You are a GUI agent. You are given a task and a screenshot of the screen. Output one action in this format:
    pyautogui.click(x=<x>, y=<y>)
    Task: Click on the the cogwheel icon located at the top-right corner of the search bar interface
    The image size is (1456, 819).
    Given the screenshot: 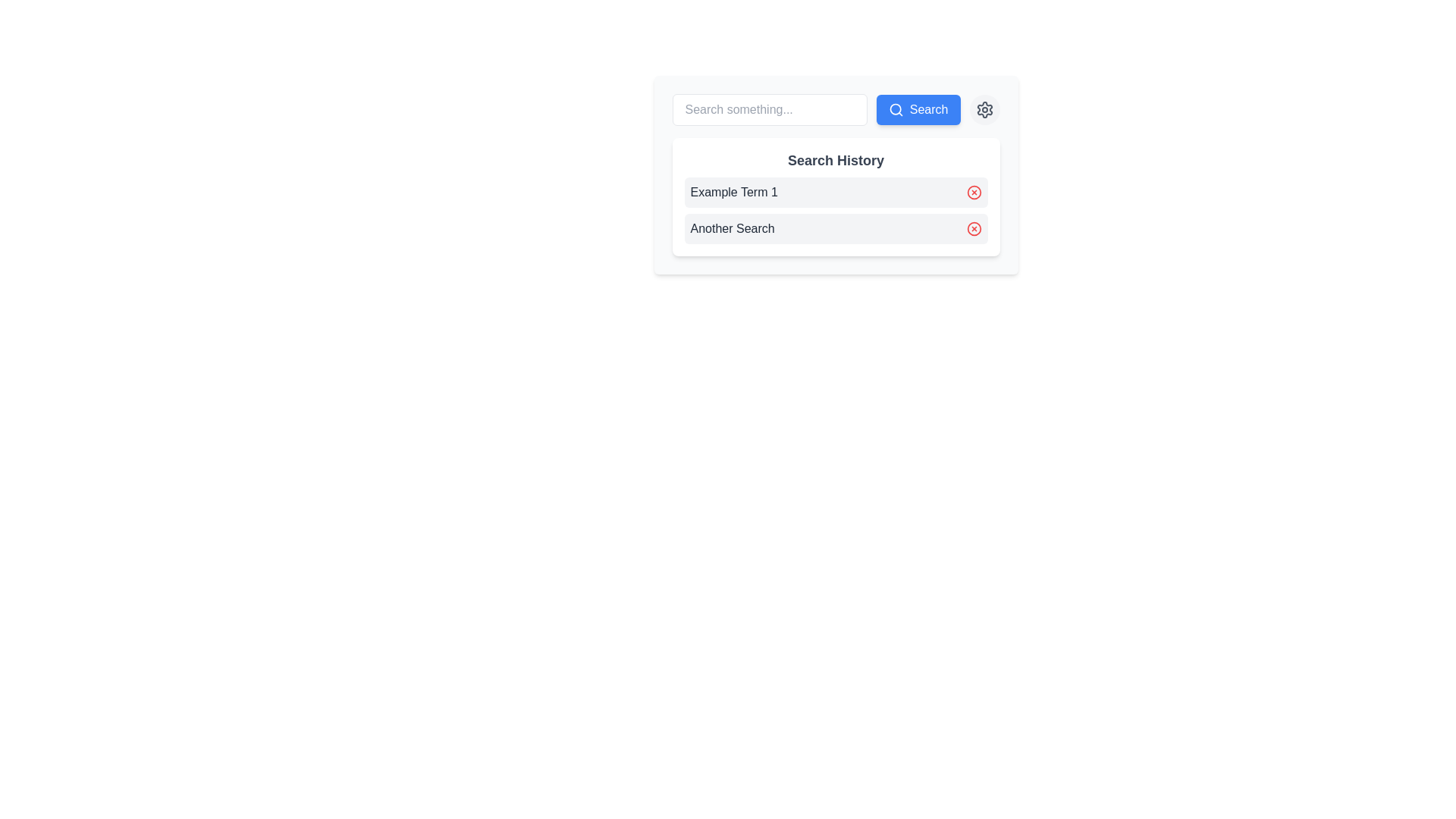 What is the action you would take?
    pyautogui.click(x=984, y=109)
    